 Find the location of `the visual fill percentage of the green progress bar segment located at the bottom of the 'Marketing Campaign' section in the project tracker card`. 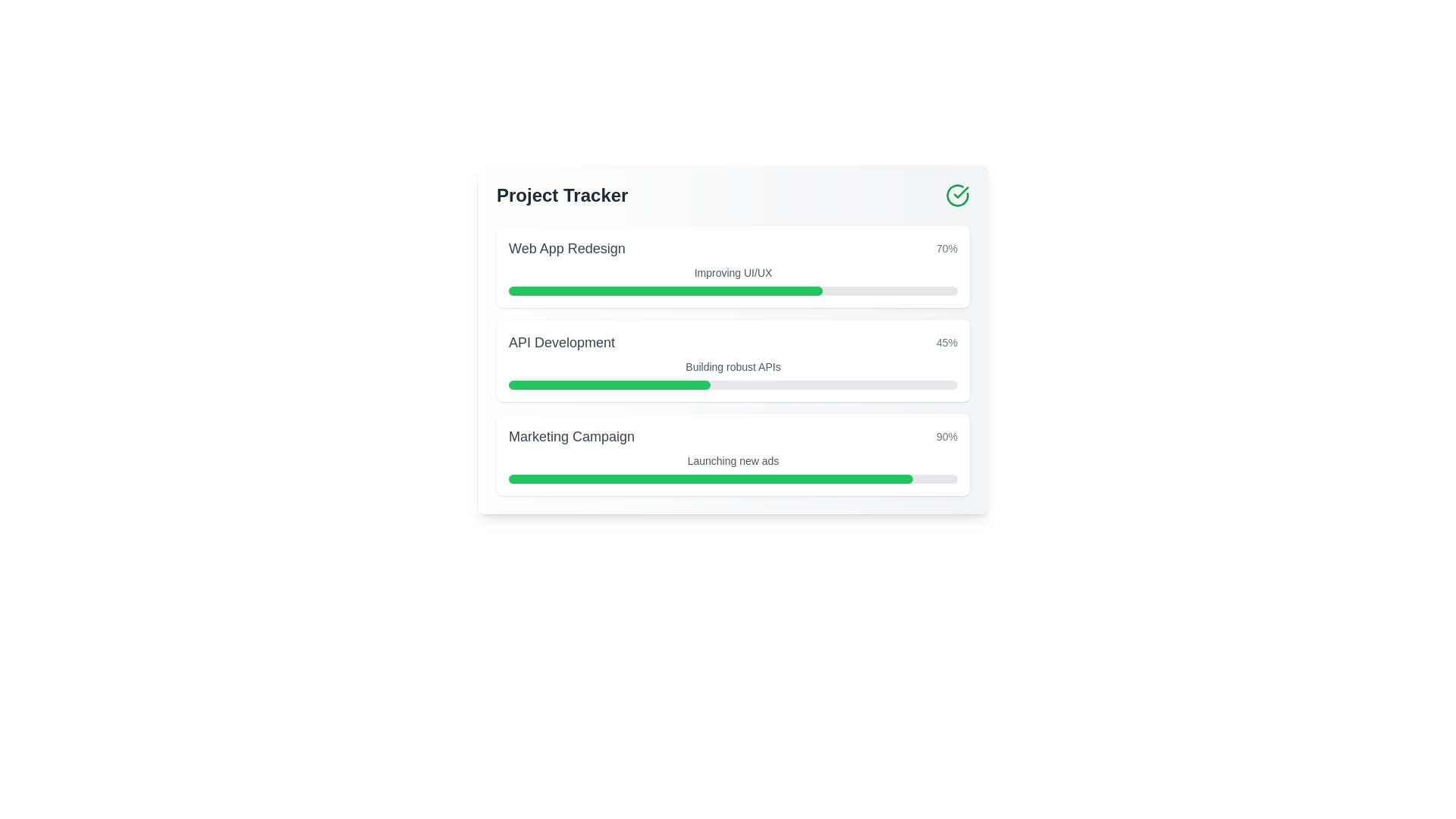

the visual fill percentage of the green progress bar segment located at the bottom of the 'Marketing Campaign' section in the project tracker card is located at coordinates (710, 479).